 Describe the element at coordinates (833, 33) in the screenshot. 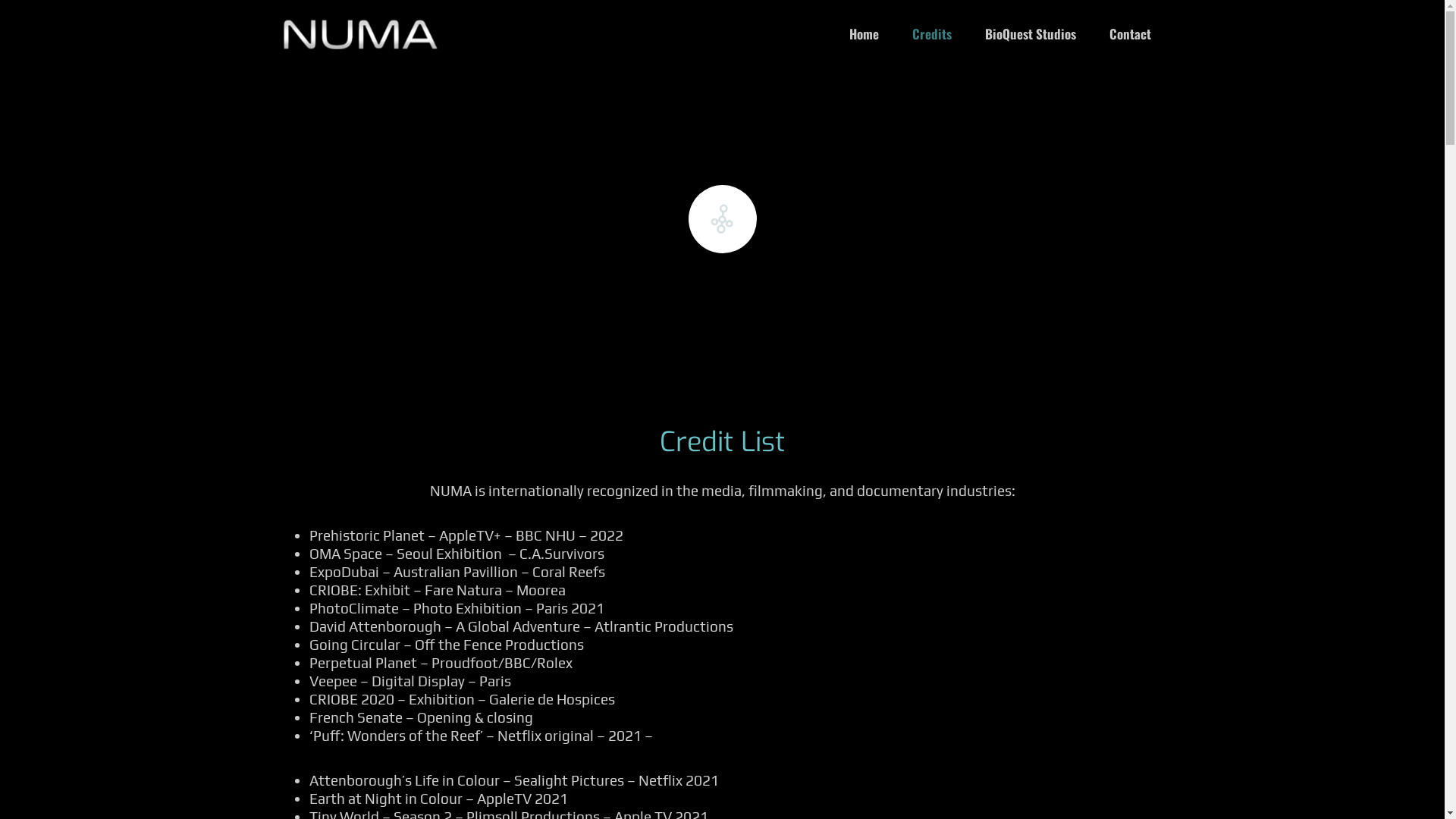

I see `'Home'` at that location.